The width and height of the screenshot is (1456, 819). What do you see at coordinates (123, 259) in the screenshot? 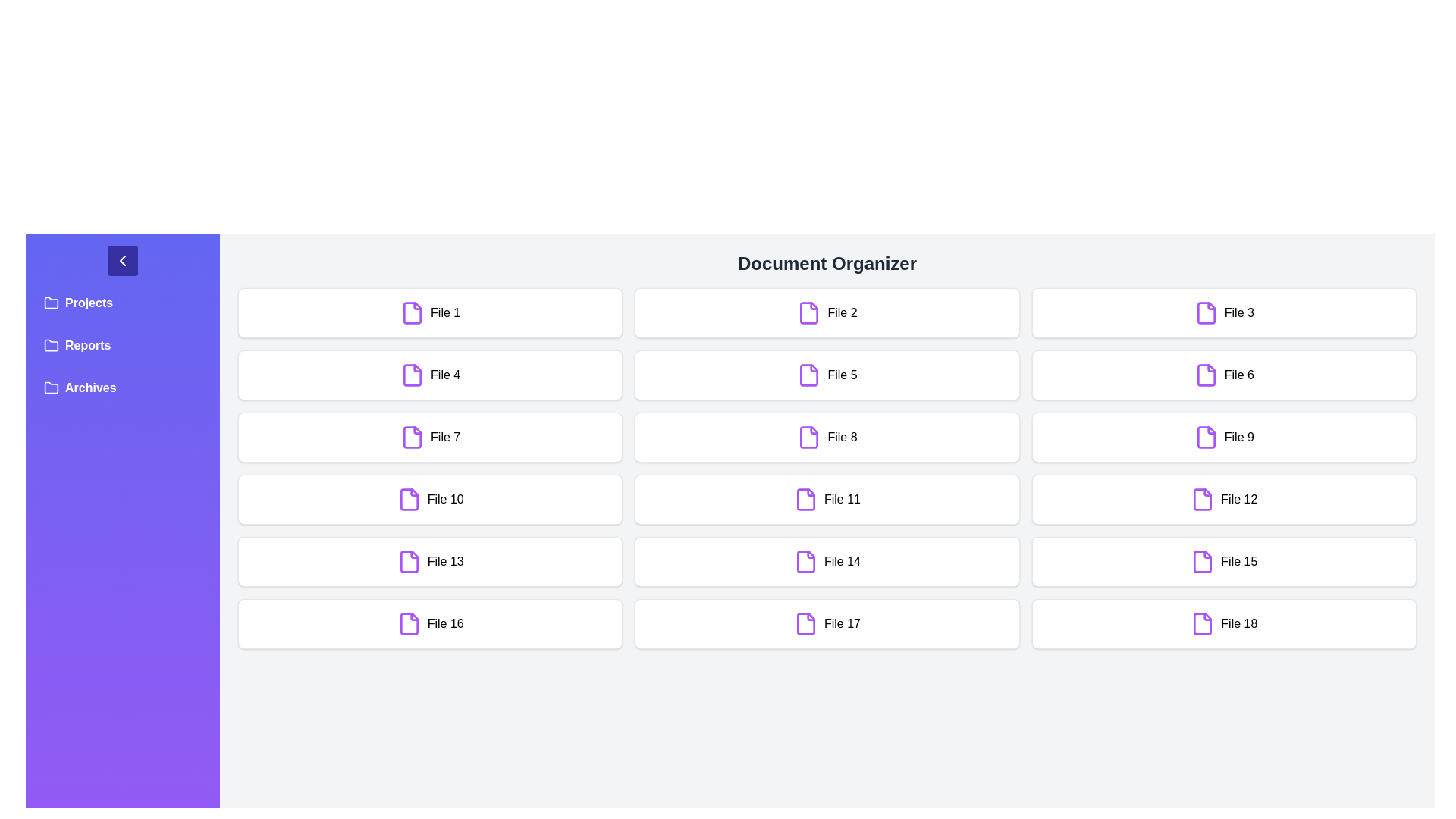
I see `toggle button in the sidebar to change its visibility` at bounding box center [123, 259].